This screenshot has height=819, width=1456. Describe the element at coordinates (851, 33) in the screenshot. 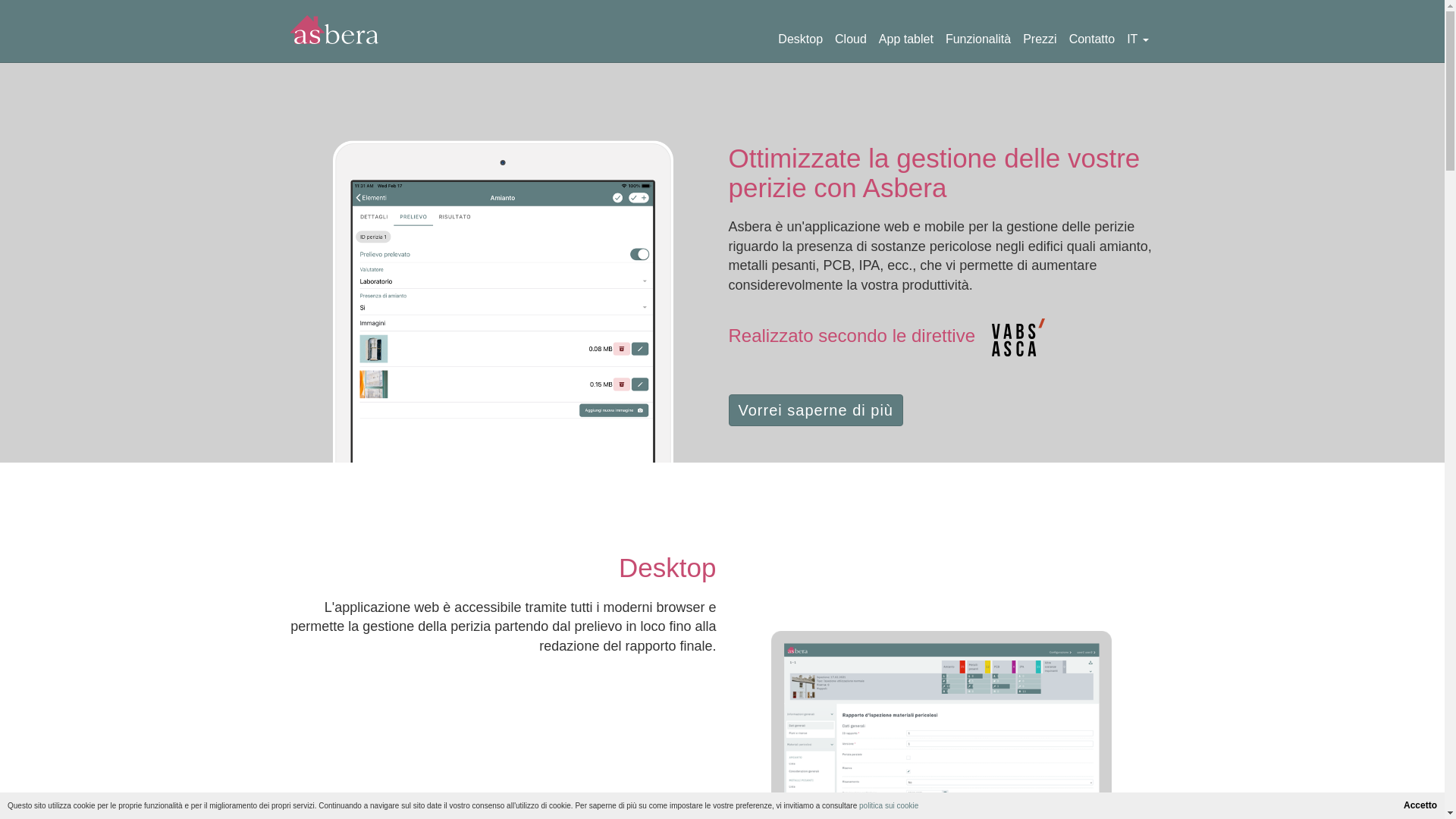

I see `'Cloud'` at that location.